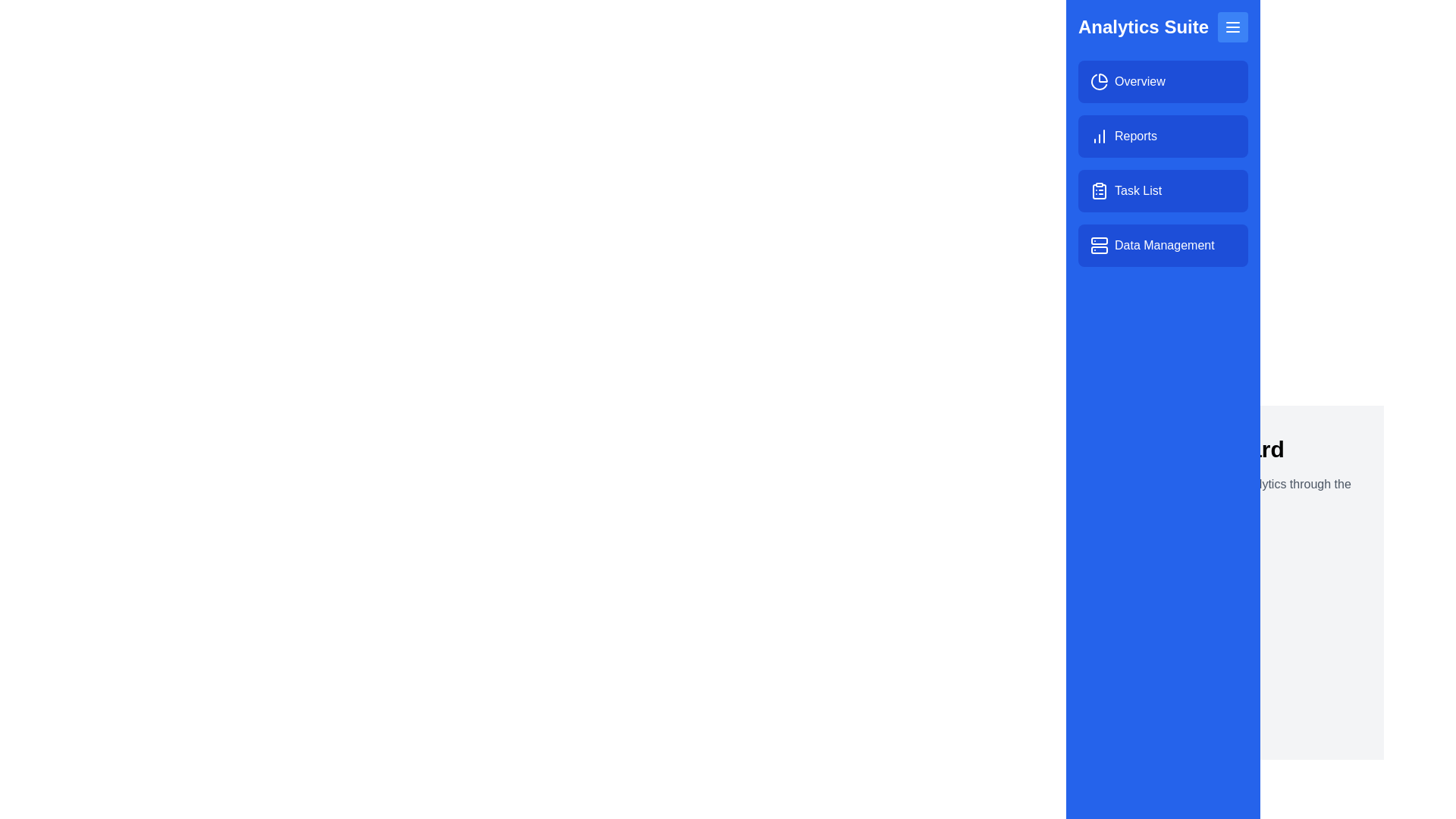 Image resolution: width=1456 pixels, height=819 pixels. What do you see at coordinates (1163, 245) in the screenshot?
I see `the menu item labeled Data Management` at bounding box center [1163, 245].